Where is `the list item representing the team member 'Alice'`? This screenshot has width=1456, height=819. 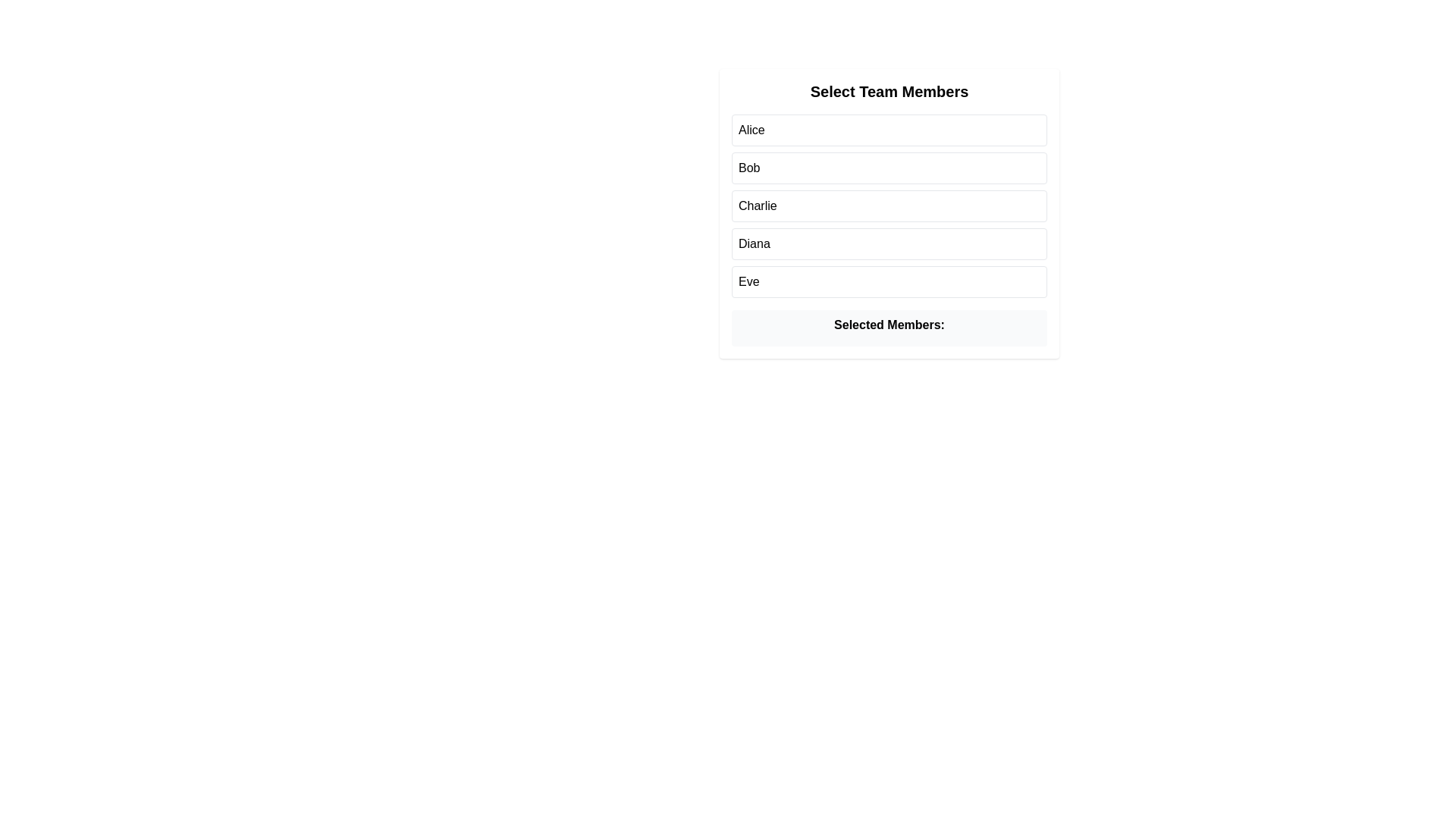
the list item representing the team member 'Alice' is located at coordinates (889, 130).